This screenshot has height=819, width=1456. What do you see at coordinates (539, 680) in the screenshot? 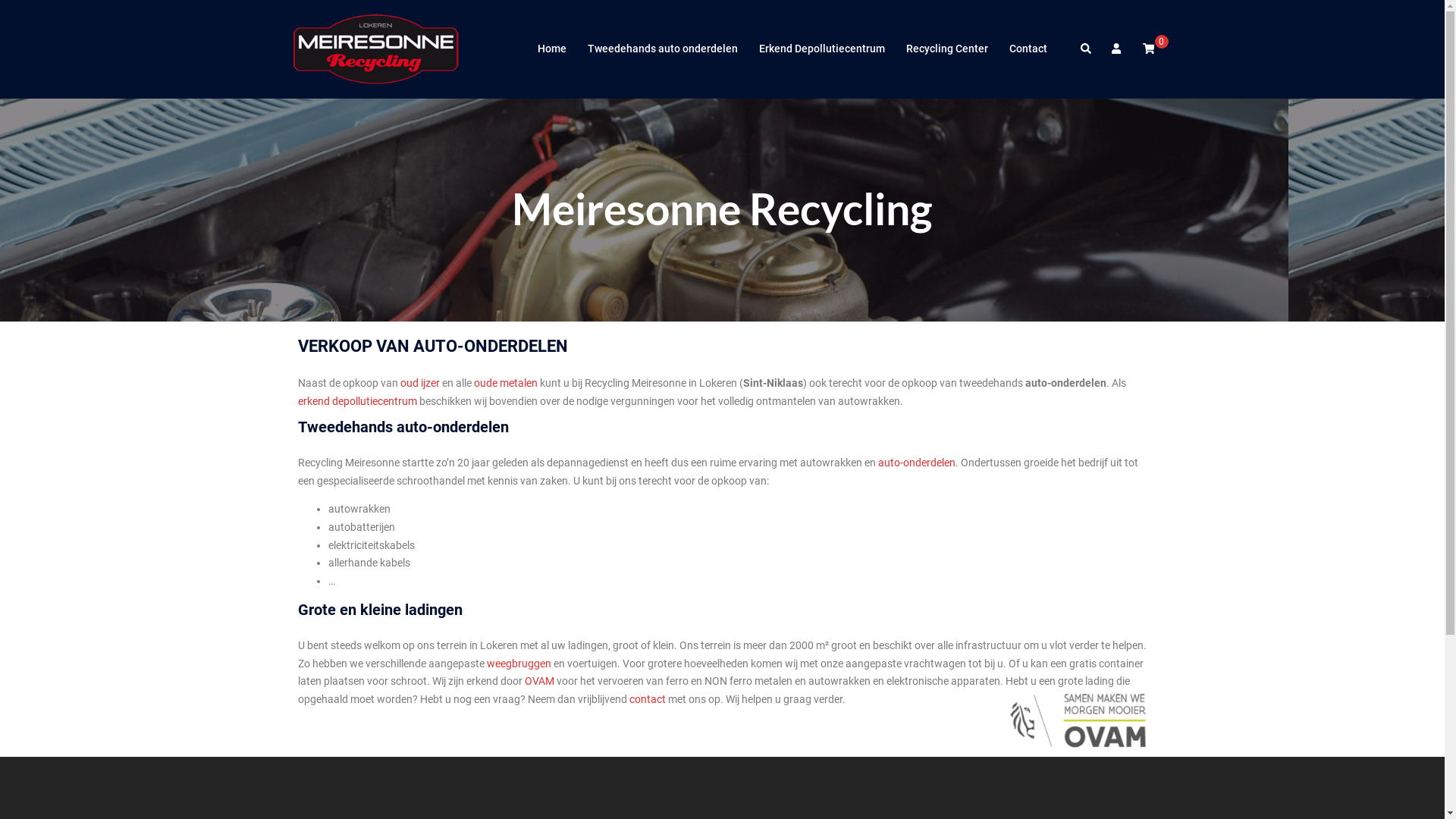
I see `'OVAM'` at bounding box center [539, 680].